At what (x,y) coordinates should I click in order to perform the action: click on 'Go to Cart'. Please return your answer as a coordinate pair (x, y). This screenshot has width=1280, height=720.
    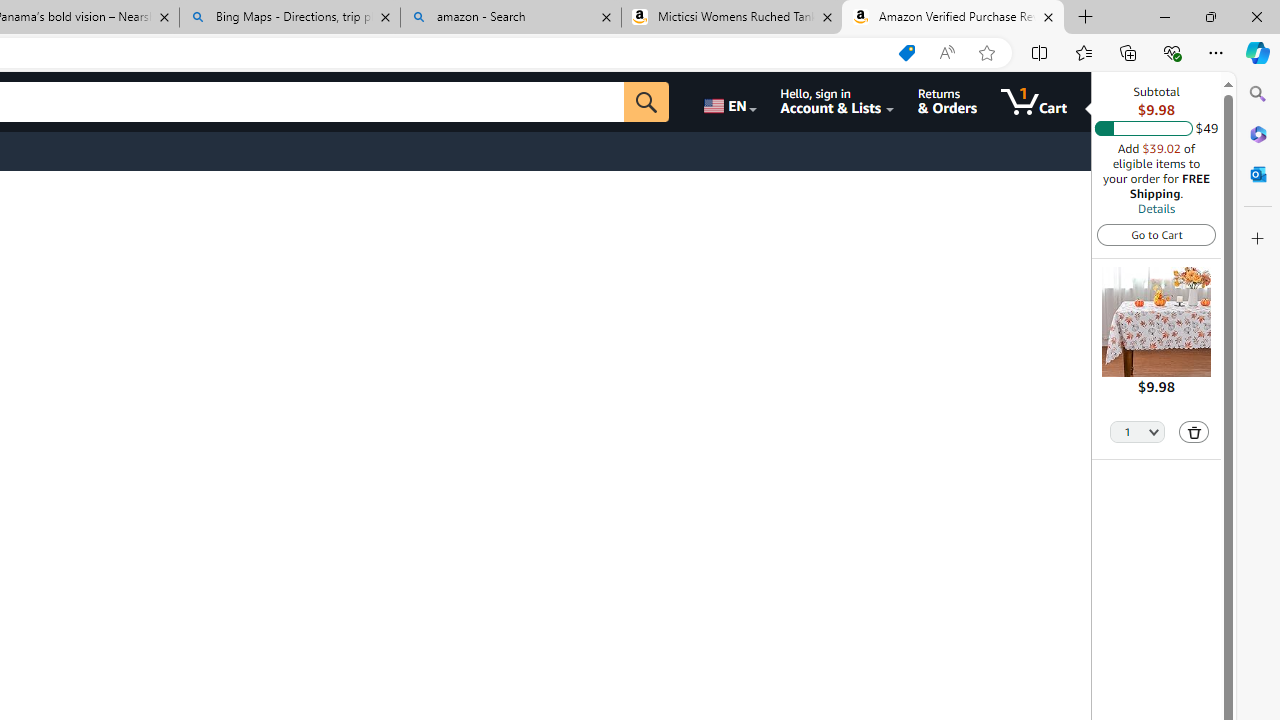
    Looking at the image, I should click on (1156, 233).